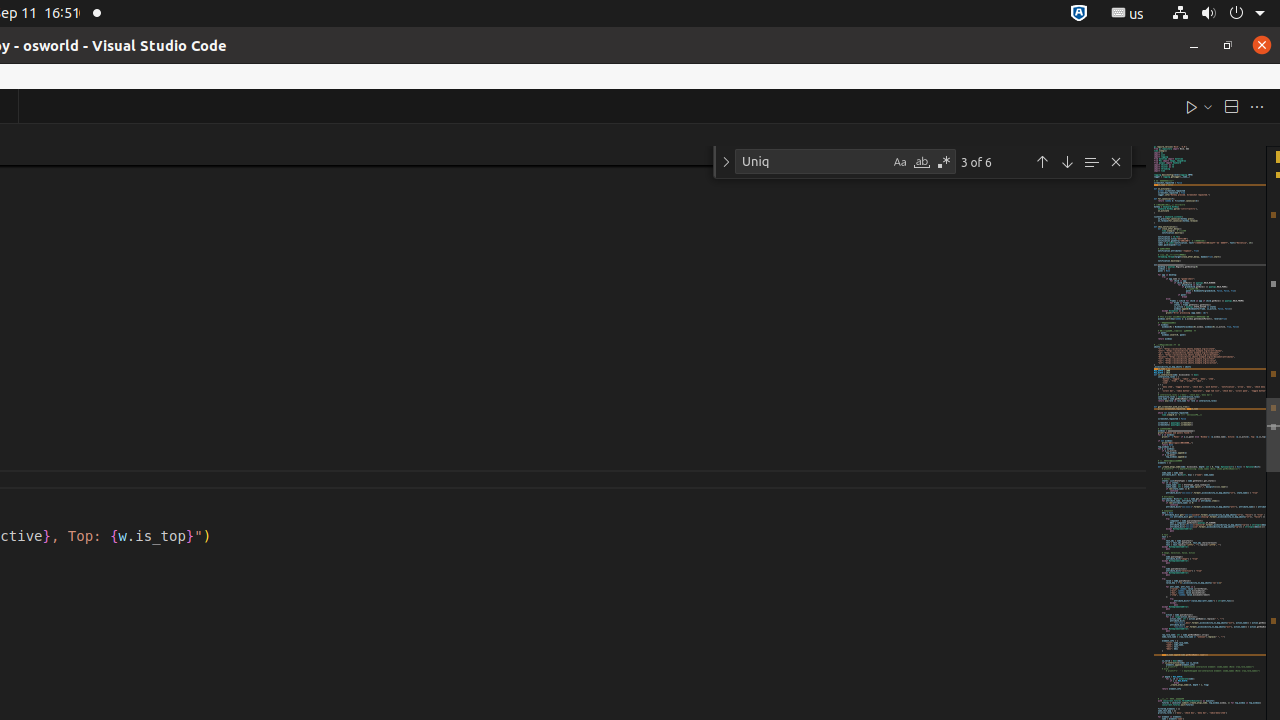 Image resolution: width=1280 pixels, height=720 pixels. I want to click on 'More Actions...', so click(1255, 106).